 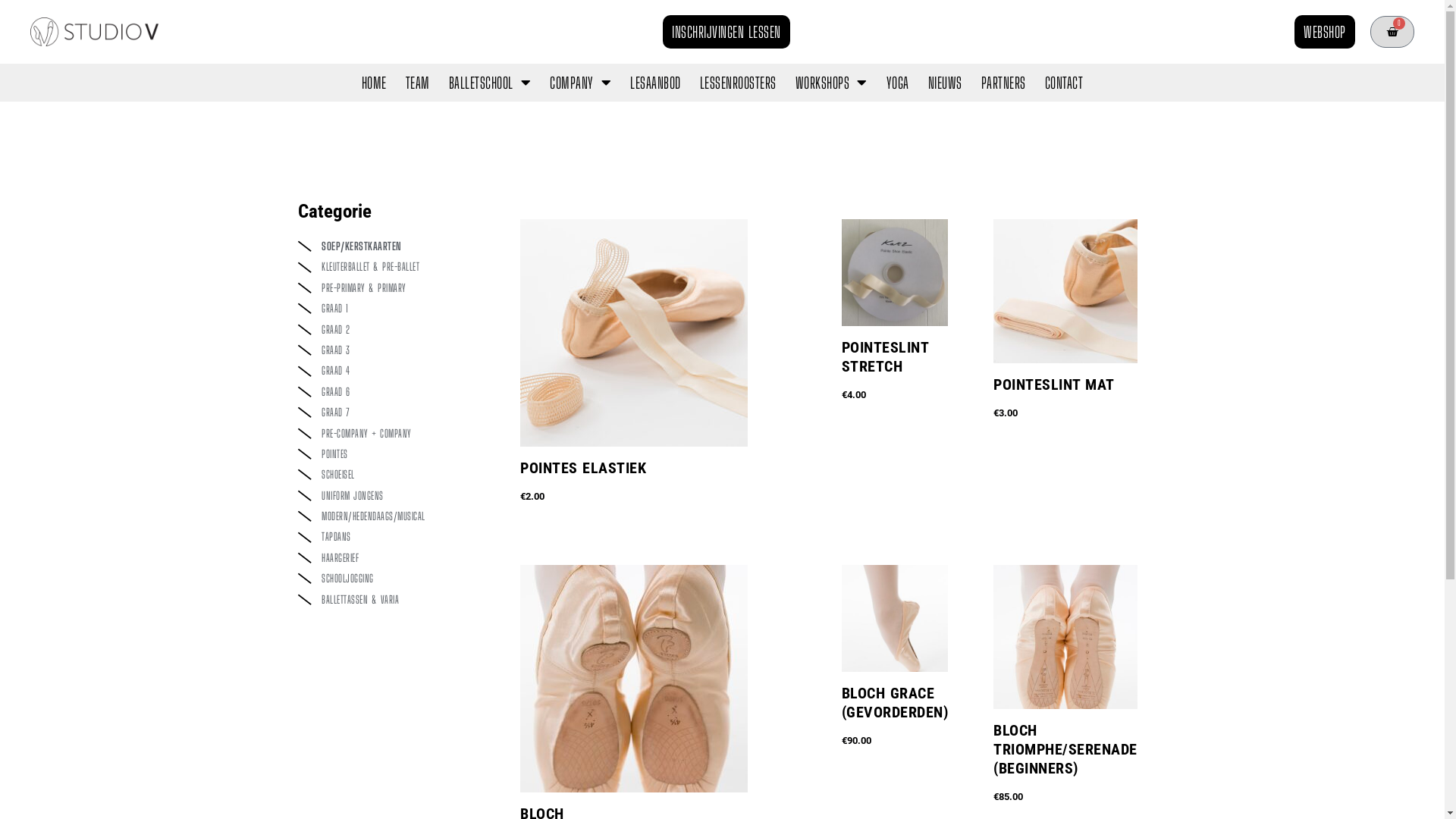 What do you see at coordinates (1003, 82) in the screenshot?
I see `'PARTNERS'` at bounding box center [1003, 82].